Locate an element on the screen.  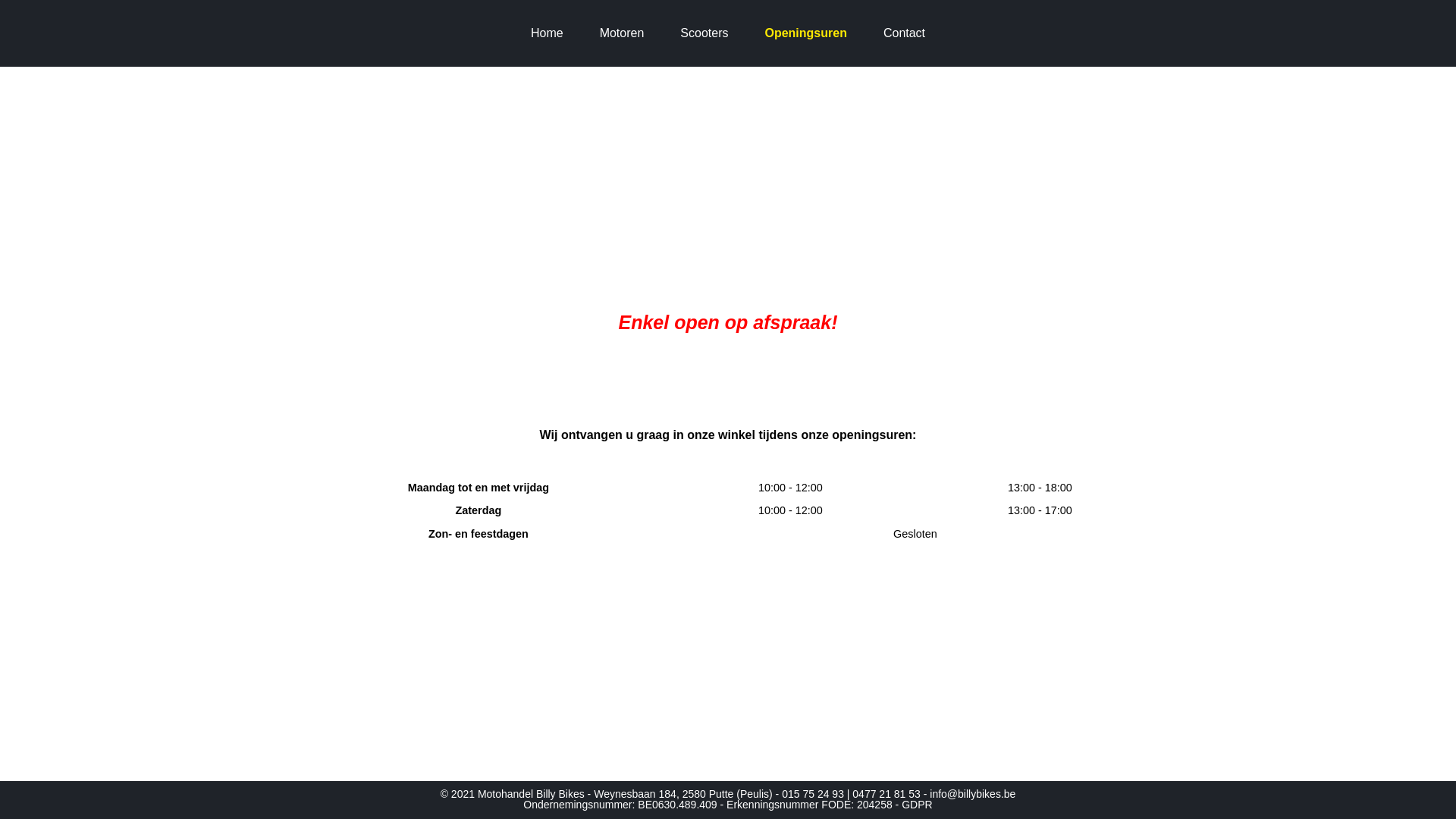
'Scooters' is located at coordinates (703, 33).